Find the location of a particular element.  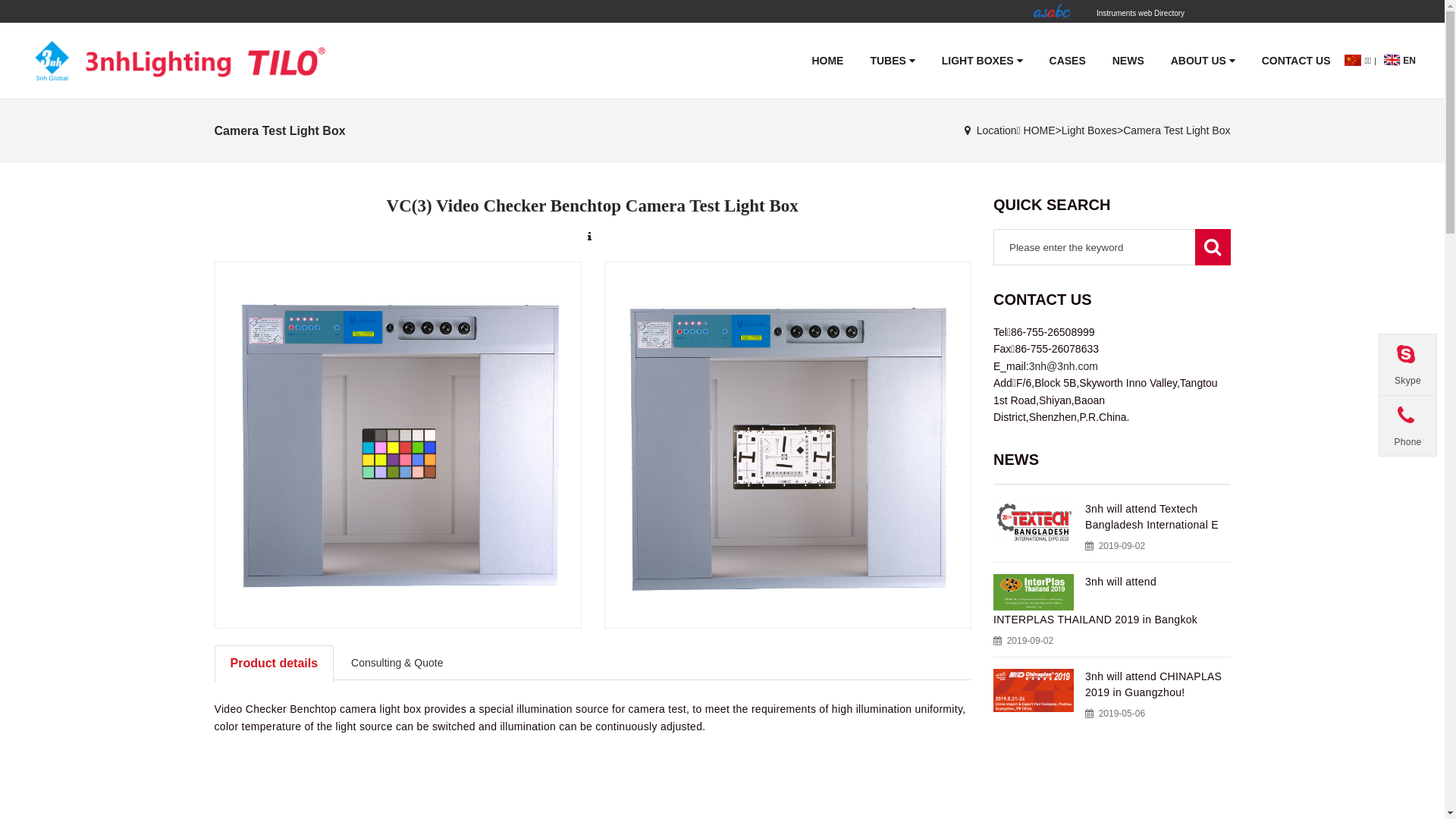

'EN' is located at coordinates (1397, 60).